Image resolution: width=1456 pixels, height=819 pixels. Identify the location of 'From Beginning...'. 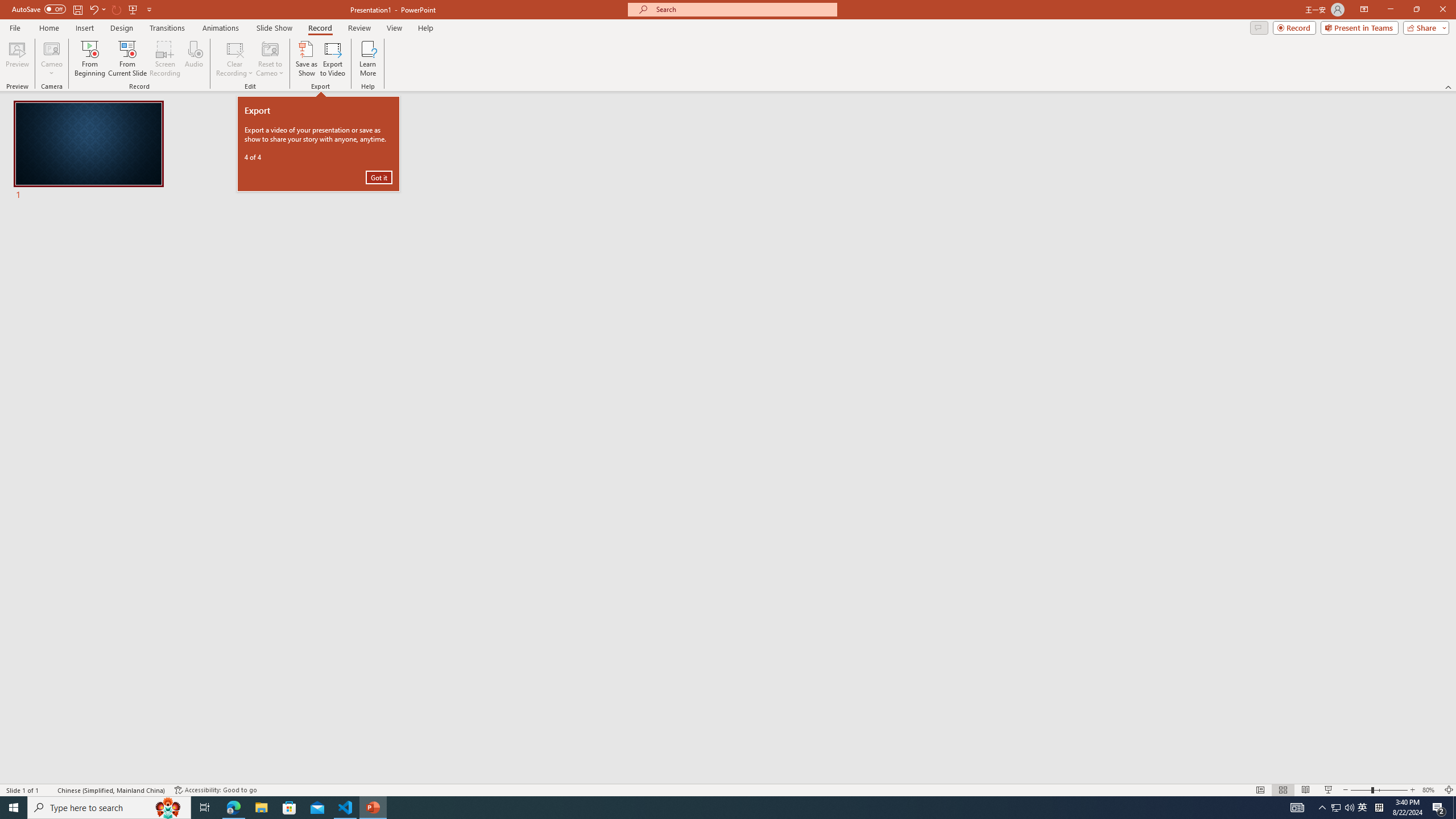
(89, 59).